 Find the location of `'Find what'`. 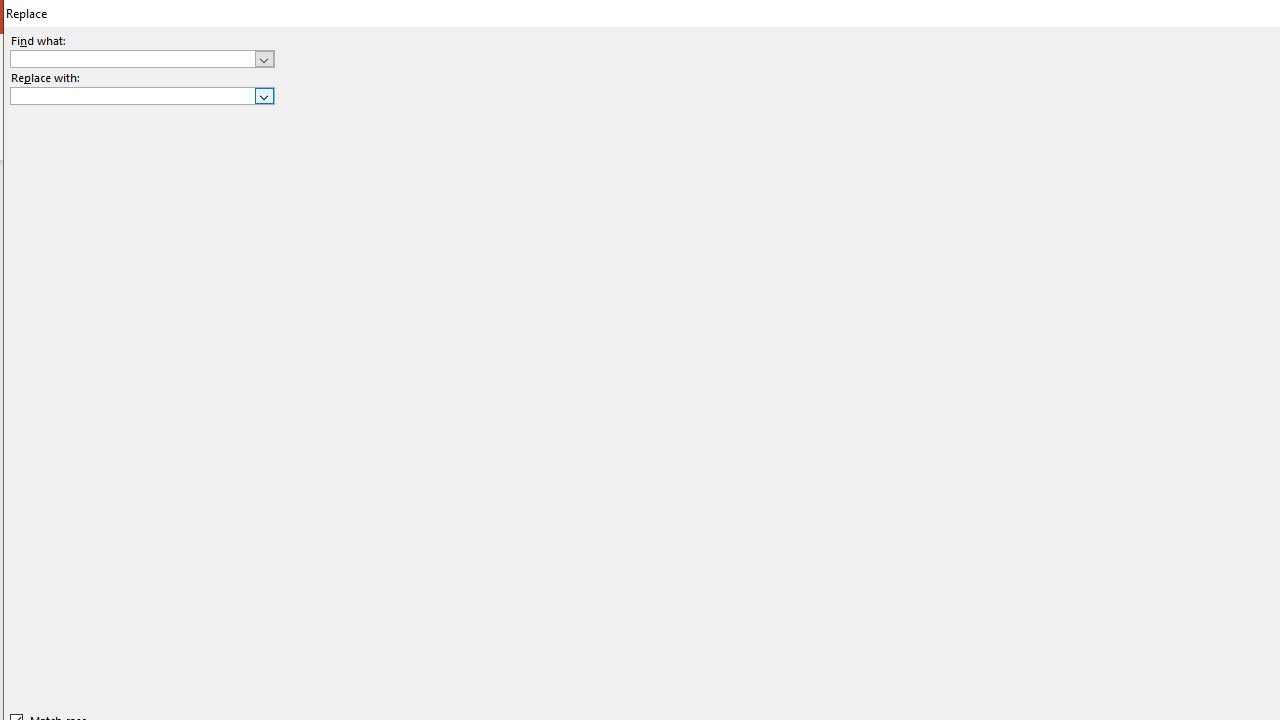

'Find what' is located at coordinates (132, 58).